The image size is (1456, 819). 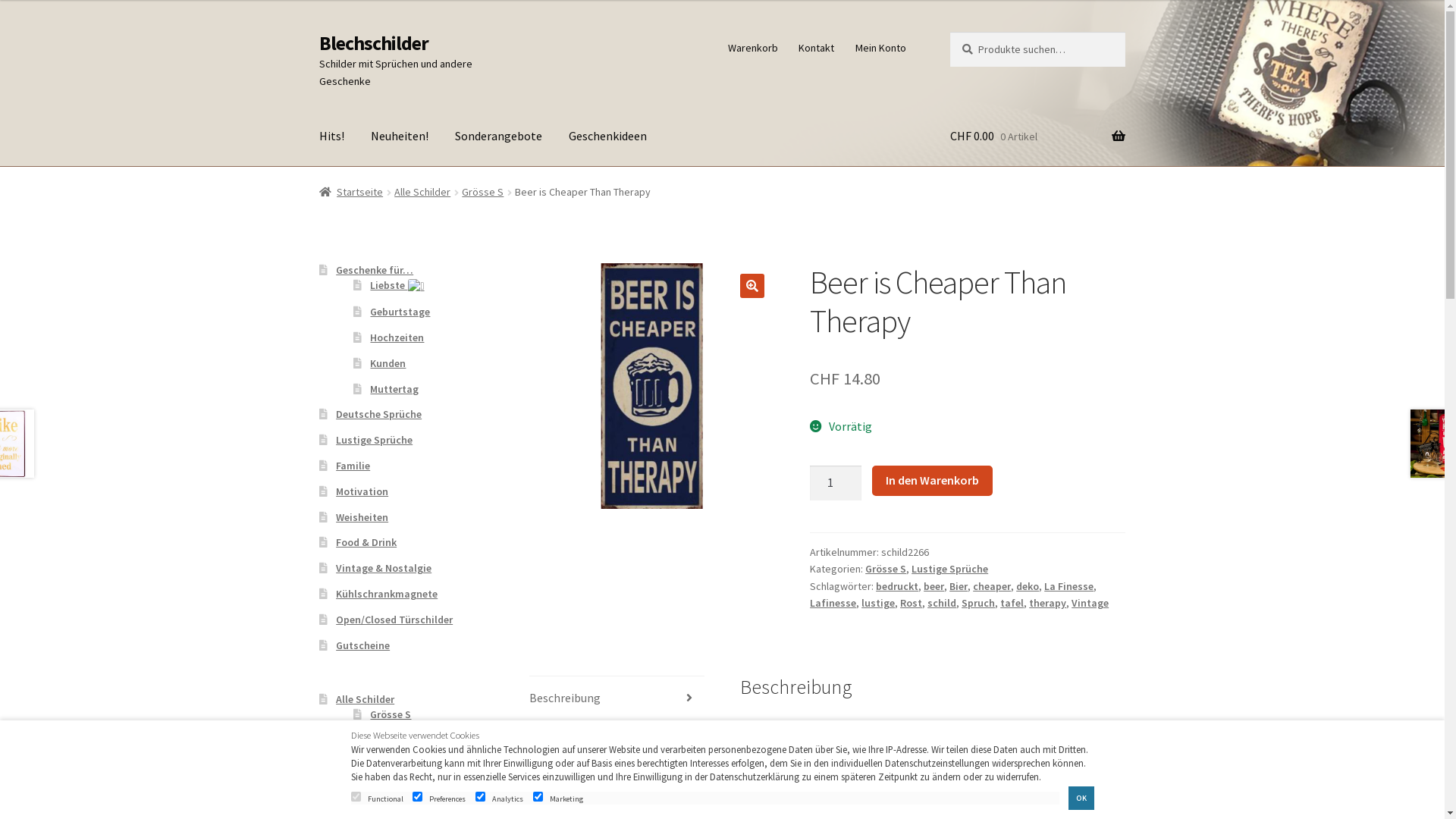 I want to click on 'La Finesse', so click(x=1068, y=585).